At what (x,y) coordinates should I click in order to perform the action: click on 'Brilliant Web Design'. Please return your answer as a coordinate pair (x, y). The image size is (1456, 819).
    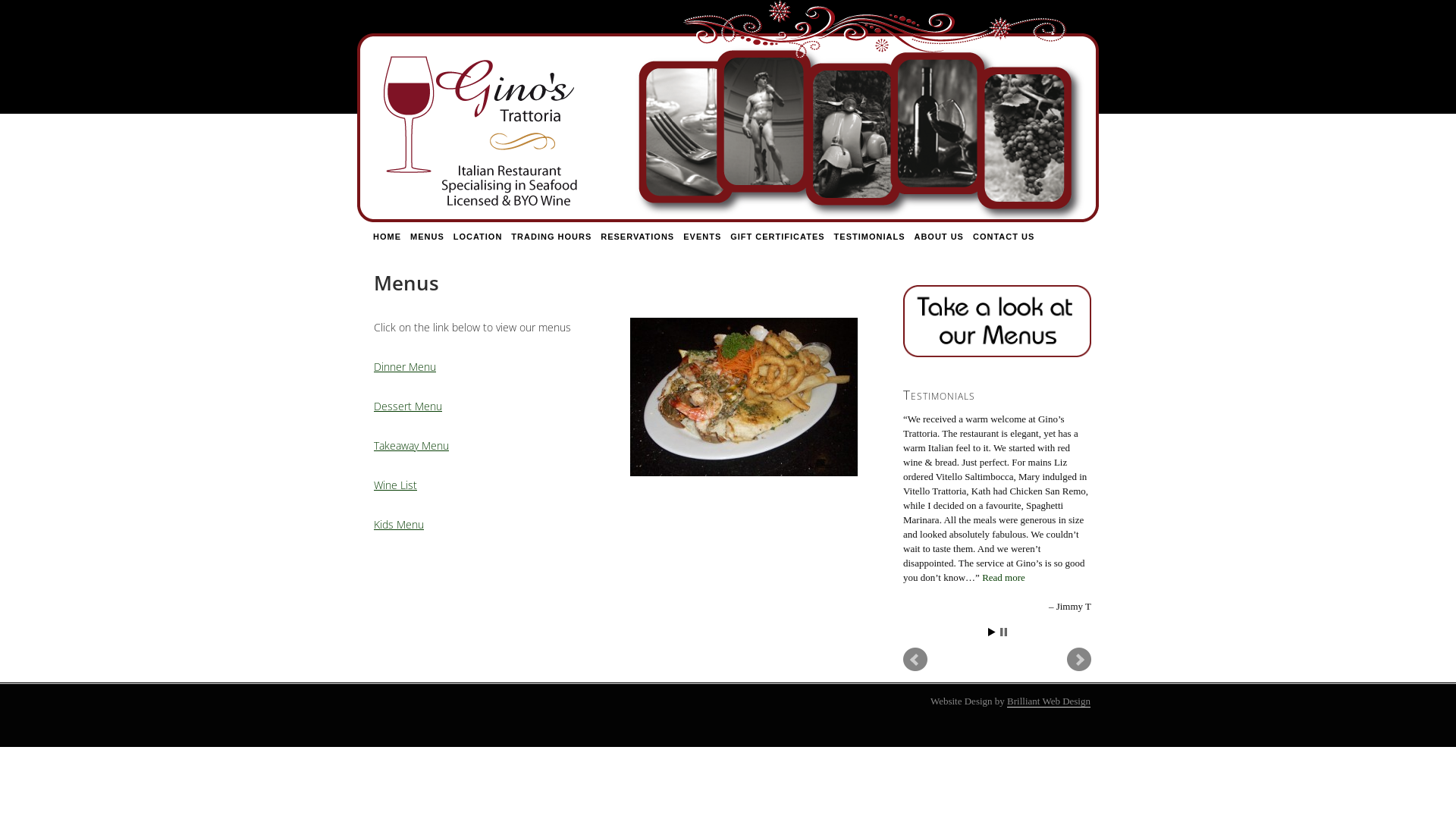
    Looking at the image, I should click on (1047, 701).